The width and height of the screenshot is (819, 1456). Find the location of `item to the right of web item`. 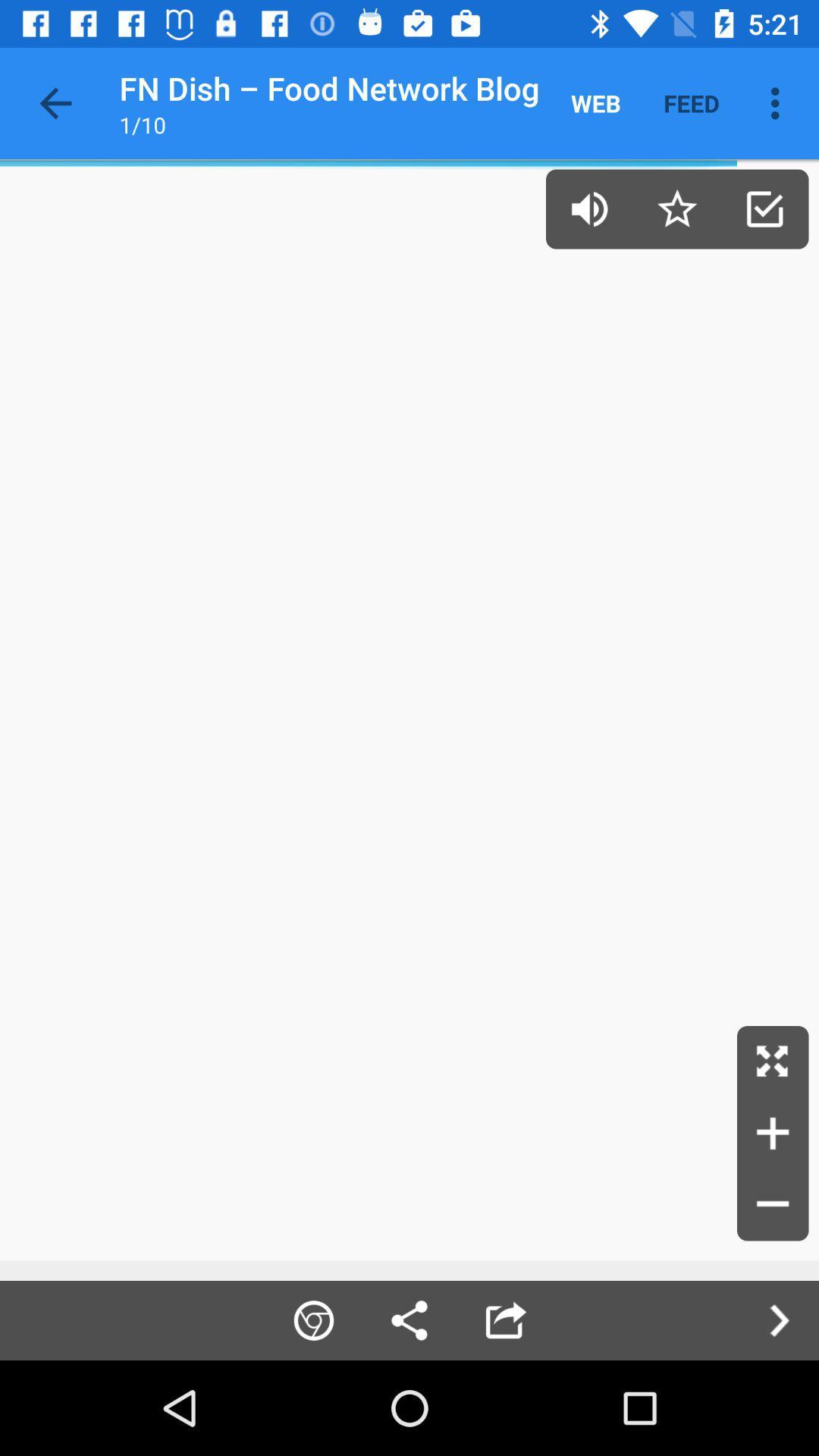

item to the right of web item is located at coordinates (691, 102).